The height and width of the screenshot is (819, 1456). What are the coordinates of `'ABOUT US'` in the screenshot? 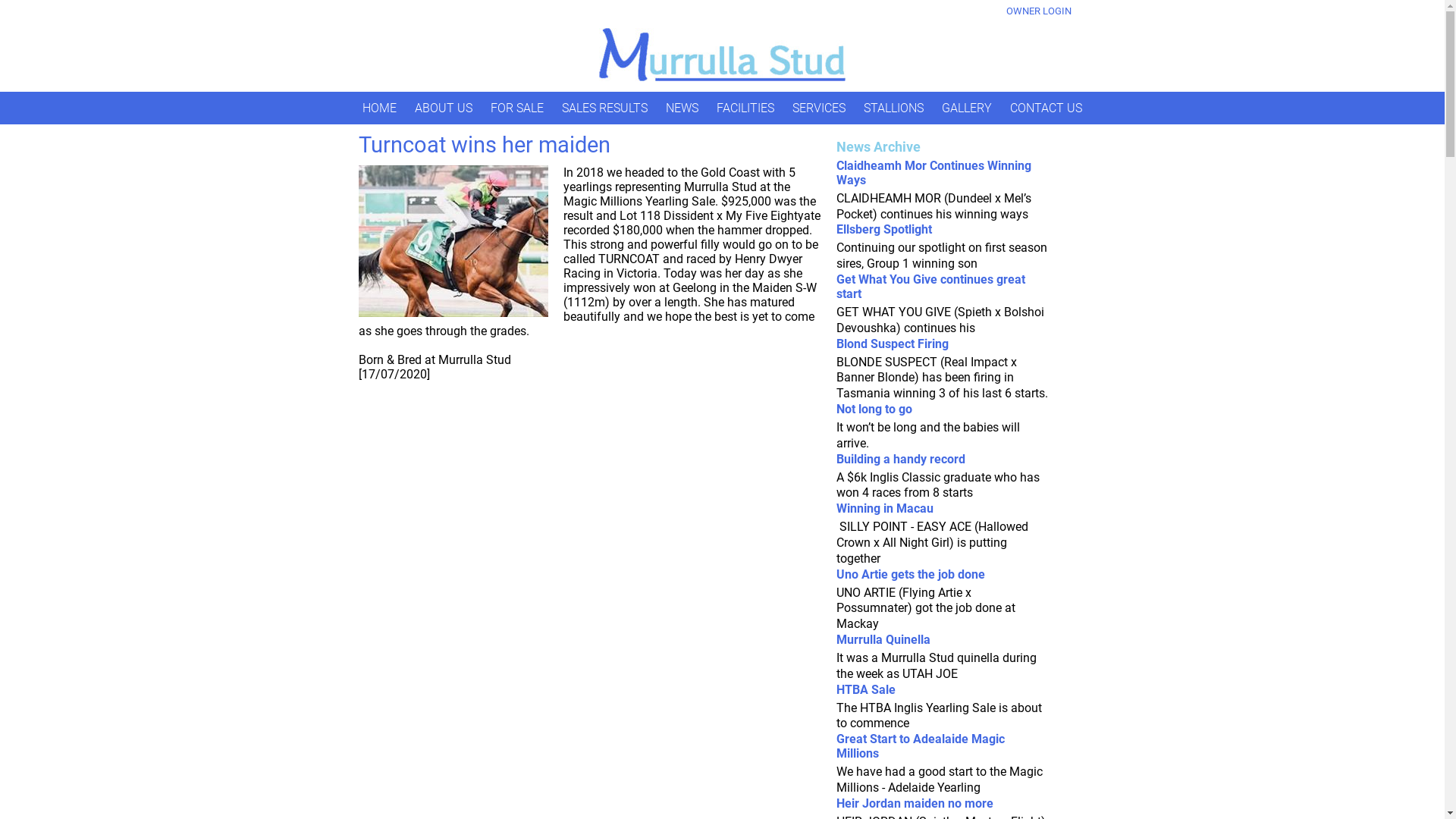 It's located at (447, 107).